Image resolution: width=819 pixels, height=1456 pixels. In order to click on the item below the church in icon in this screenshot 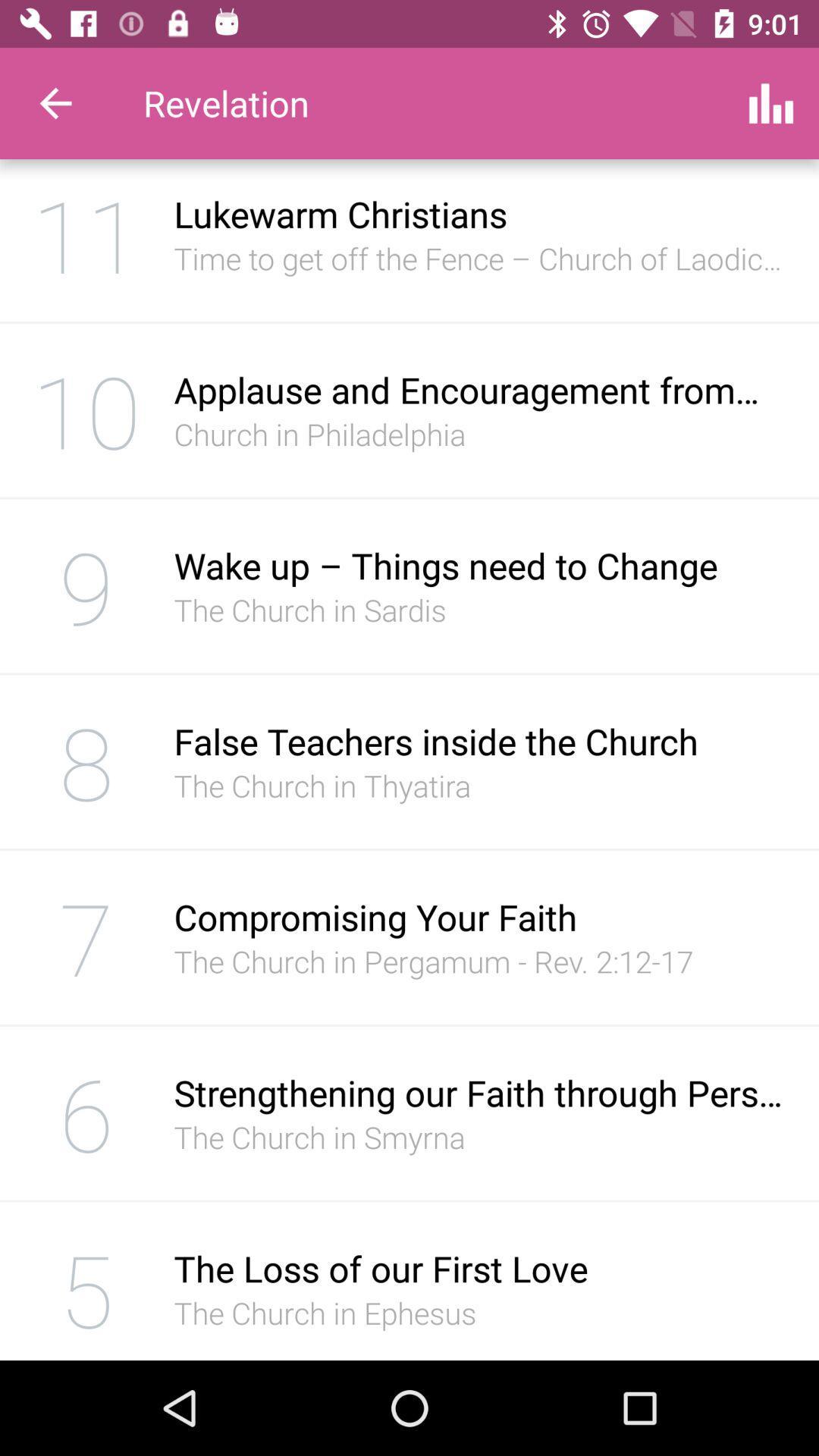, I will do `click(480, 916)`.